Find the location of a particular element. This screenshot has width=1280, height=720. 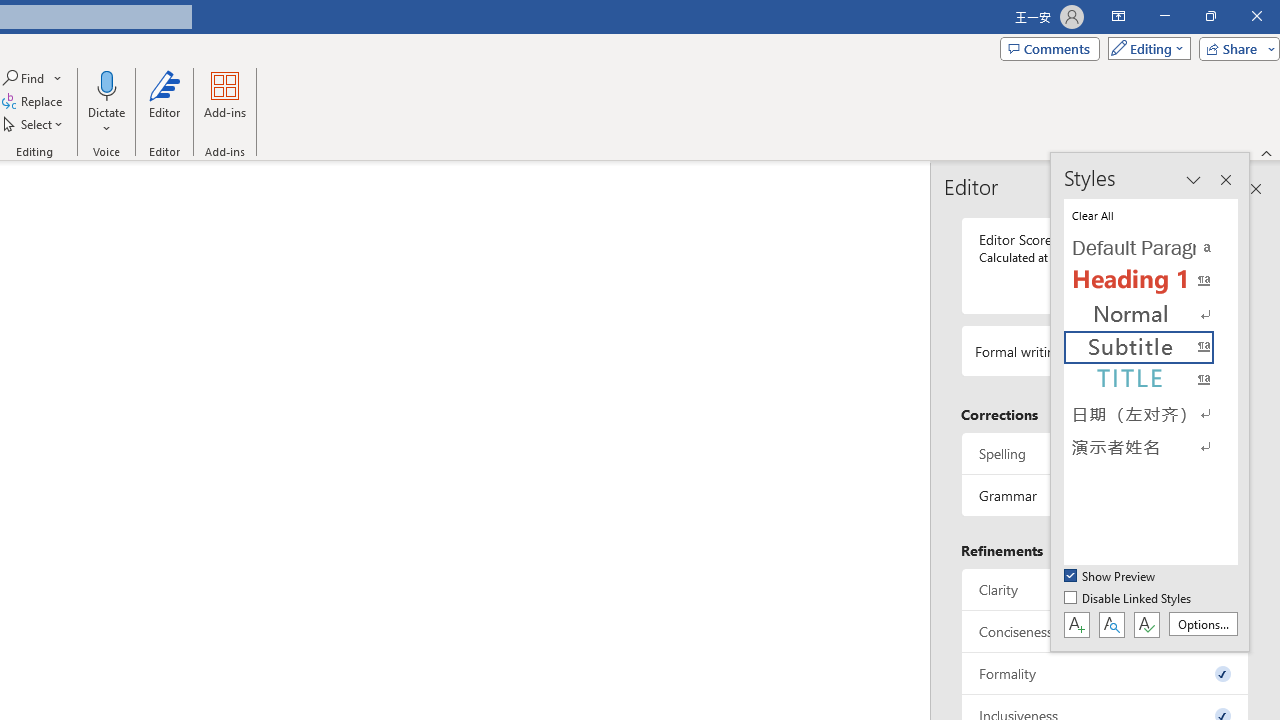

'Clear All' is located at coordinates (1150, 215).